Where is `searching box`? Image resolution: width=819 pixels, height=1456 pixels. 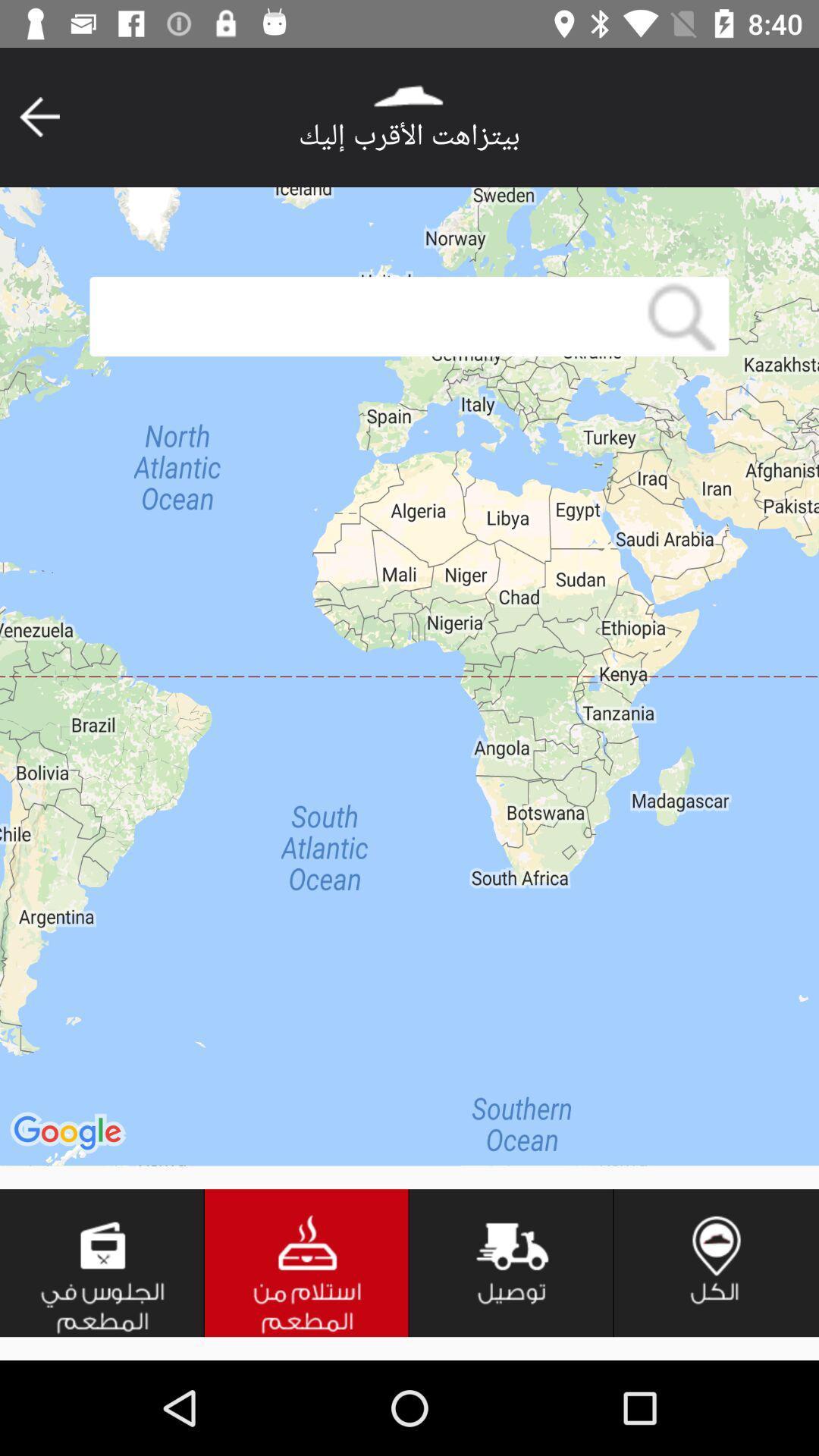
searching box is located at coordinates (362, 315).